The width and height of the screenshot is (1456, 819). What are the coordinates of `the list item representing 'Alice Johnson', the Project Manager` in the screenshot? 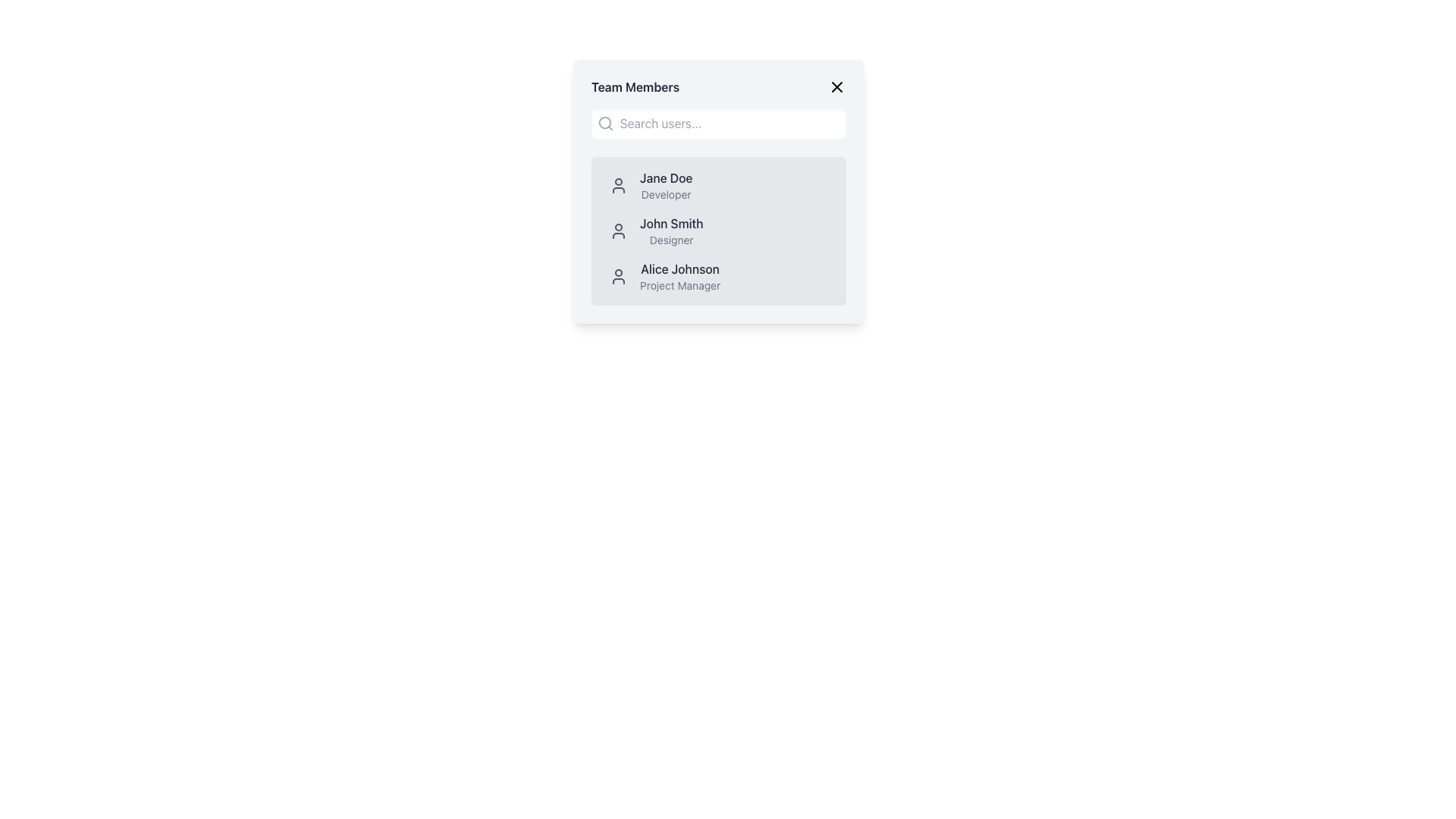 It's located at (718, 277).